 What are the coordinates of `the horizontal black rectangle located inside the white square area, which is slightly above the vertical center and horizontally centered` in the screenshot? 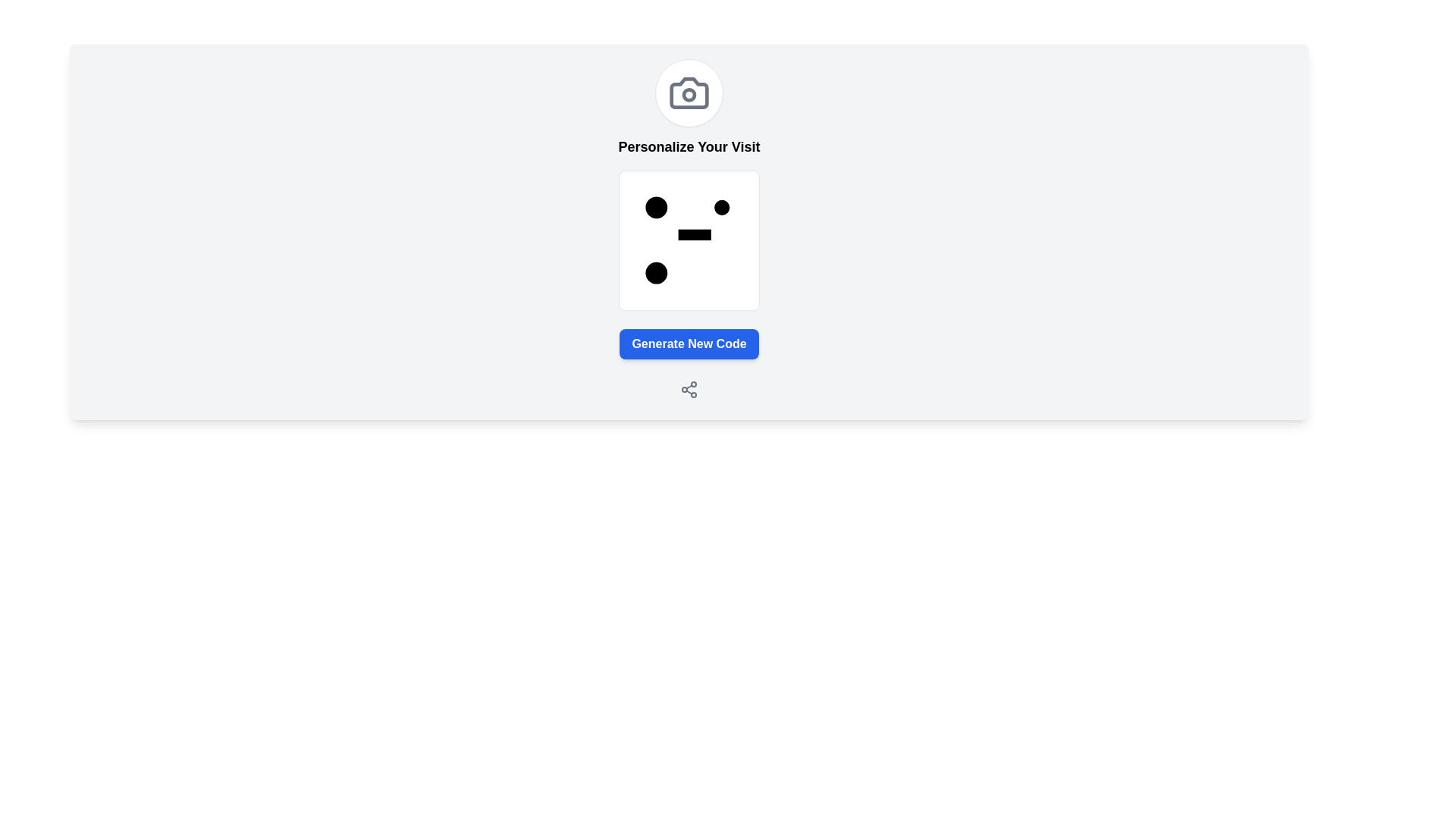 It's located at (694, 234).